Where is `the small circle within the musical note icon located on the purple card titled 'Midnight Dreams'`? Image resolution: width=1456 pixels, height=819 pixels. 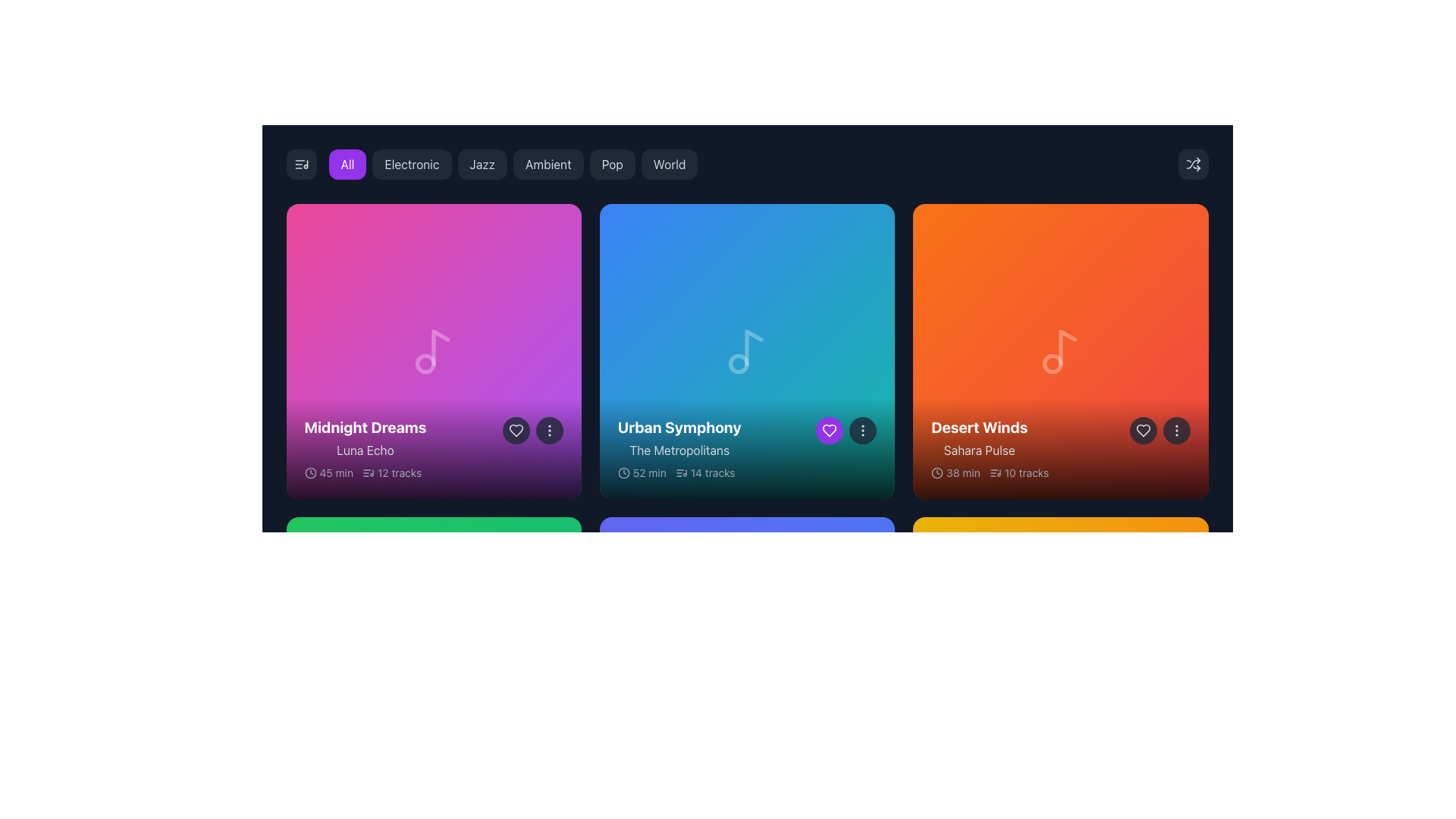
the small circle within the musical note icon located on the purple card titled 'Midnight Dreams' is located at coordinates (425, 363).